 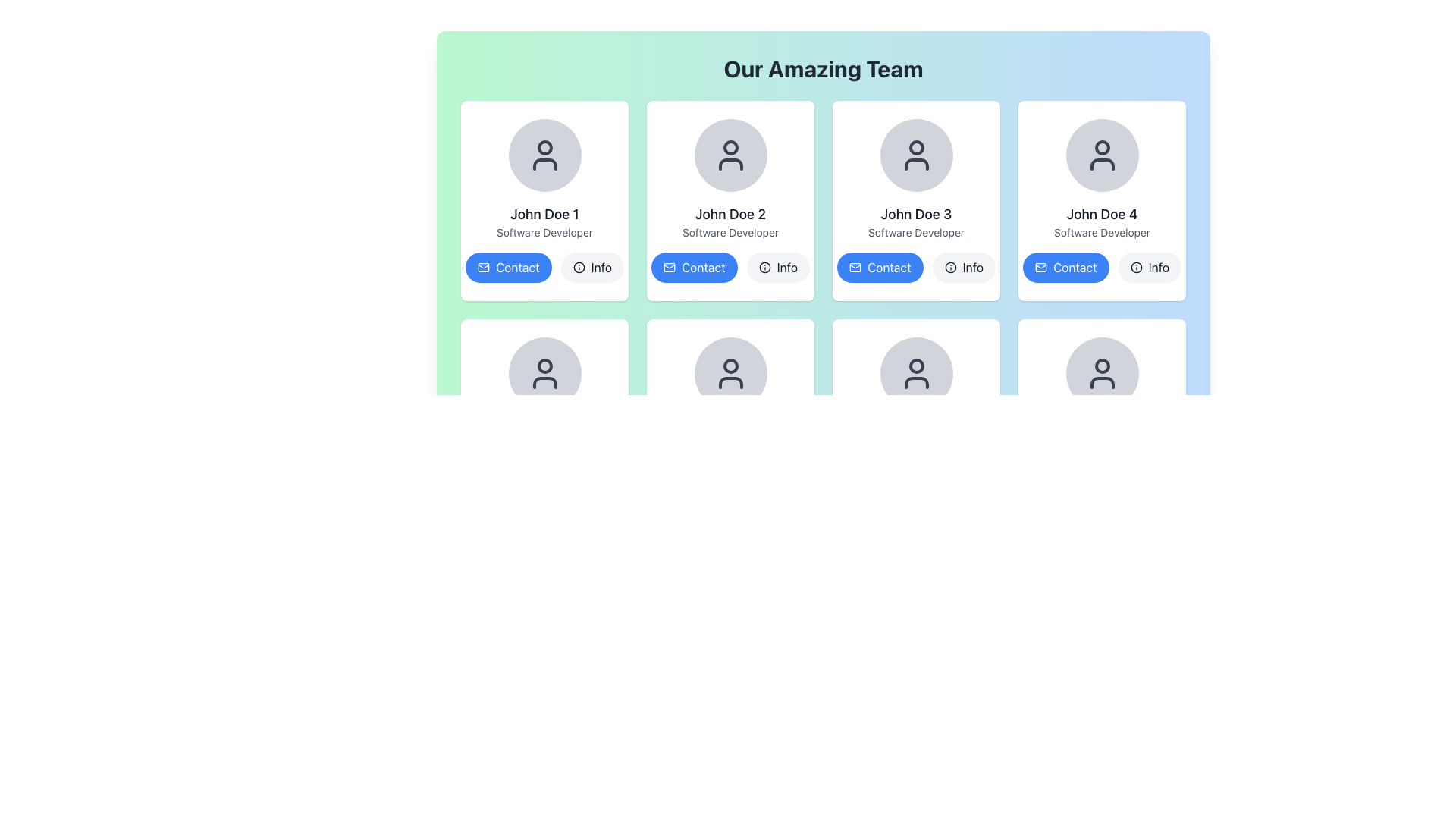 What do you see at coordinates (915, 155) in the screenshot?
I see `the user profile icon, which is a stylized representation of a person in dark gray within a light gray circle, located` at bounding box center [915, 155].